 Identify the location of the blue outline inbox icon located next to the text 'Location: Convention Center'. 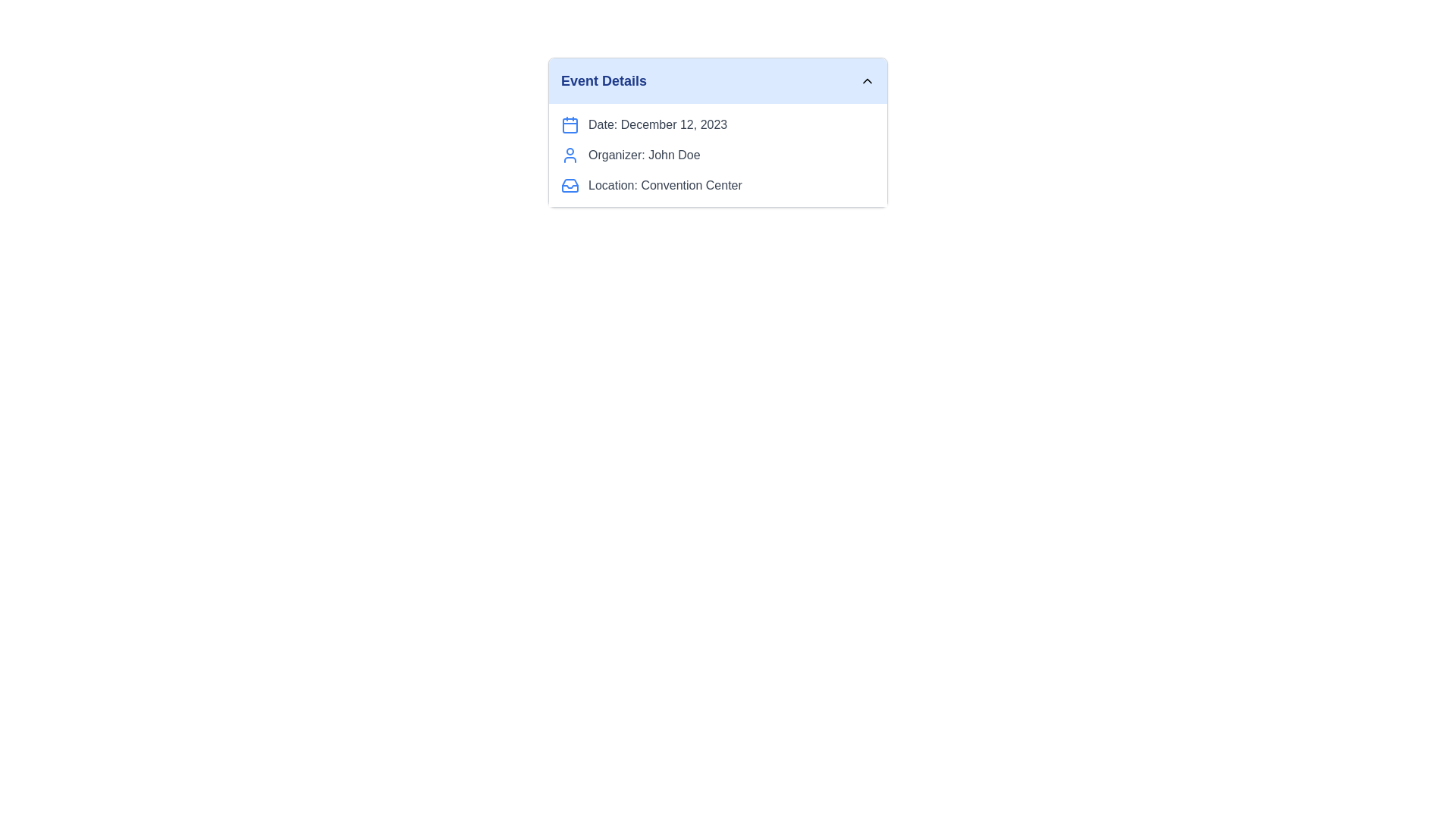
(570, 185).